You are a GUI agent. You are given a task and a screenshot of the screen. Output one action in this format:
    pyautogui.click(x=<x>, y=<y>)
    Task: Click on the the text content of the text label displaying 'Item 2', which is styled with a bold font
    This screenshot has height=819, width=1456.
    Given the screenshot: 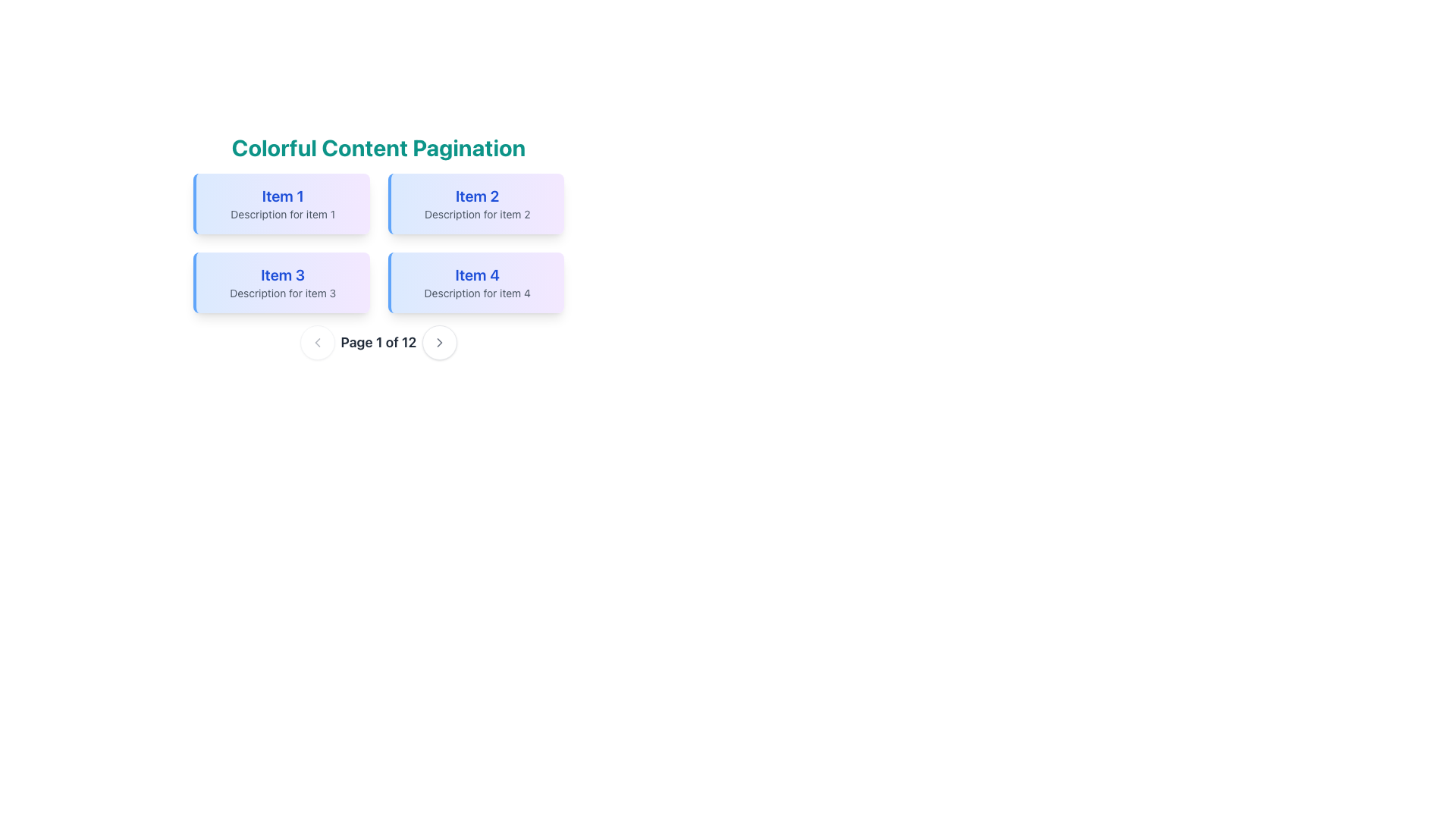 What is the action you would take?
    pyautogui.click(x=476, y=195)
    